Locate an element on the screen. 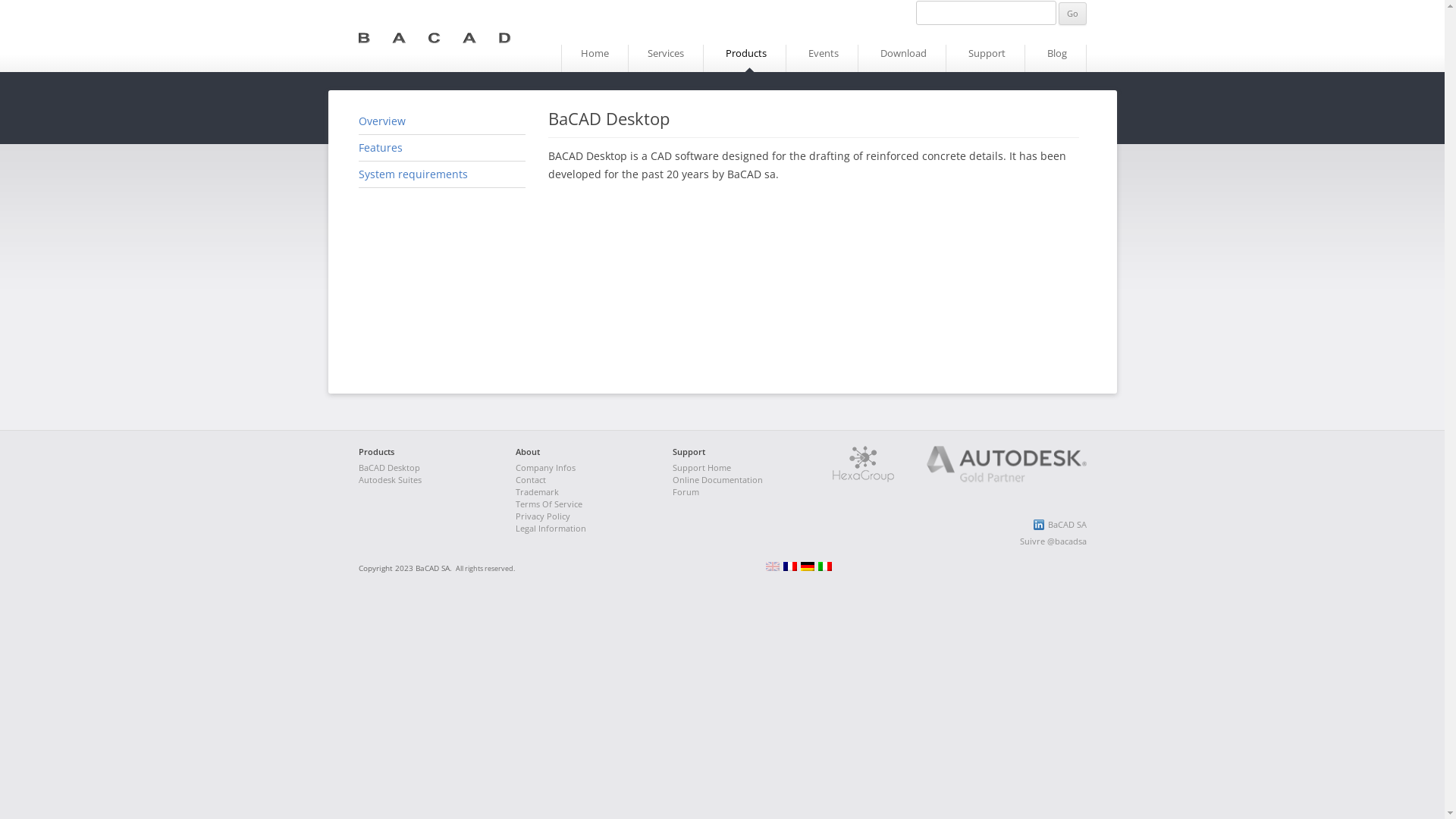 Image resolution: width=1456 pixels, height=819 pixels. 'BaCAD SA' is located at coordinates (1066, 523).